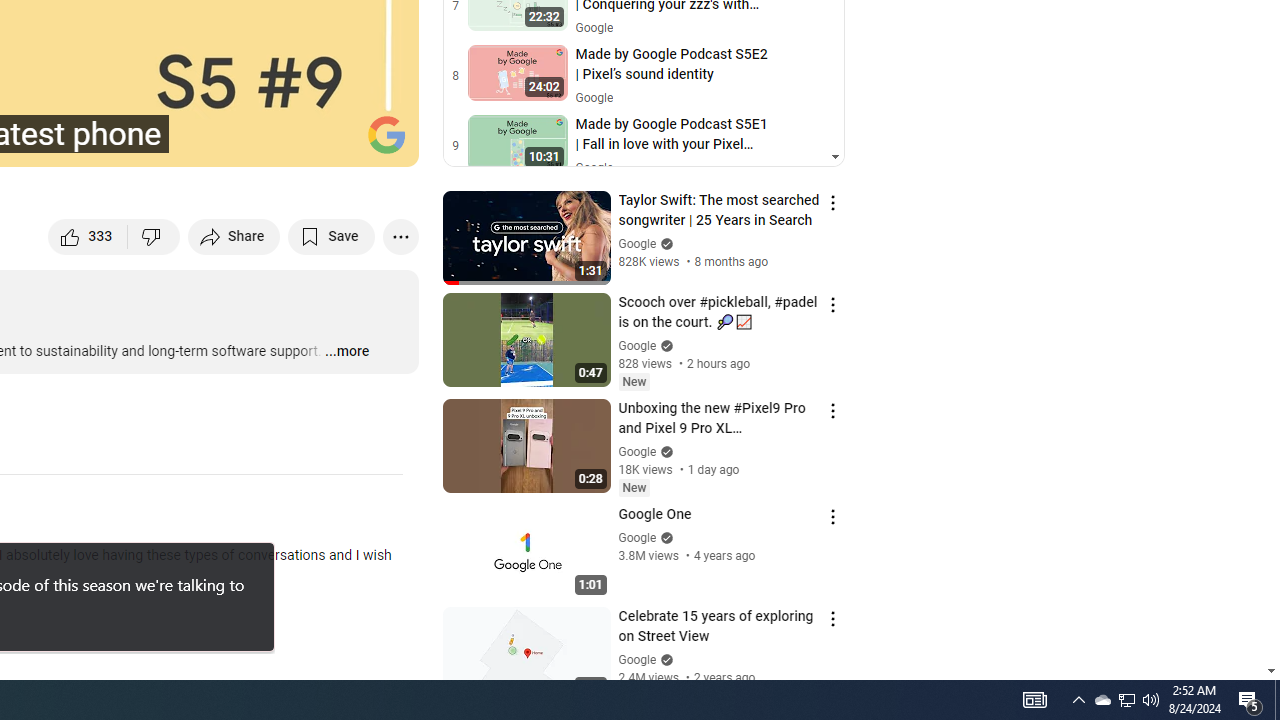 This screenshot has width=1280, height=720. I want to click on 'Share', so click(234, 235).